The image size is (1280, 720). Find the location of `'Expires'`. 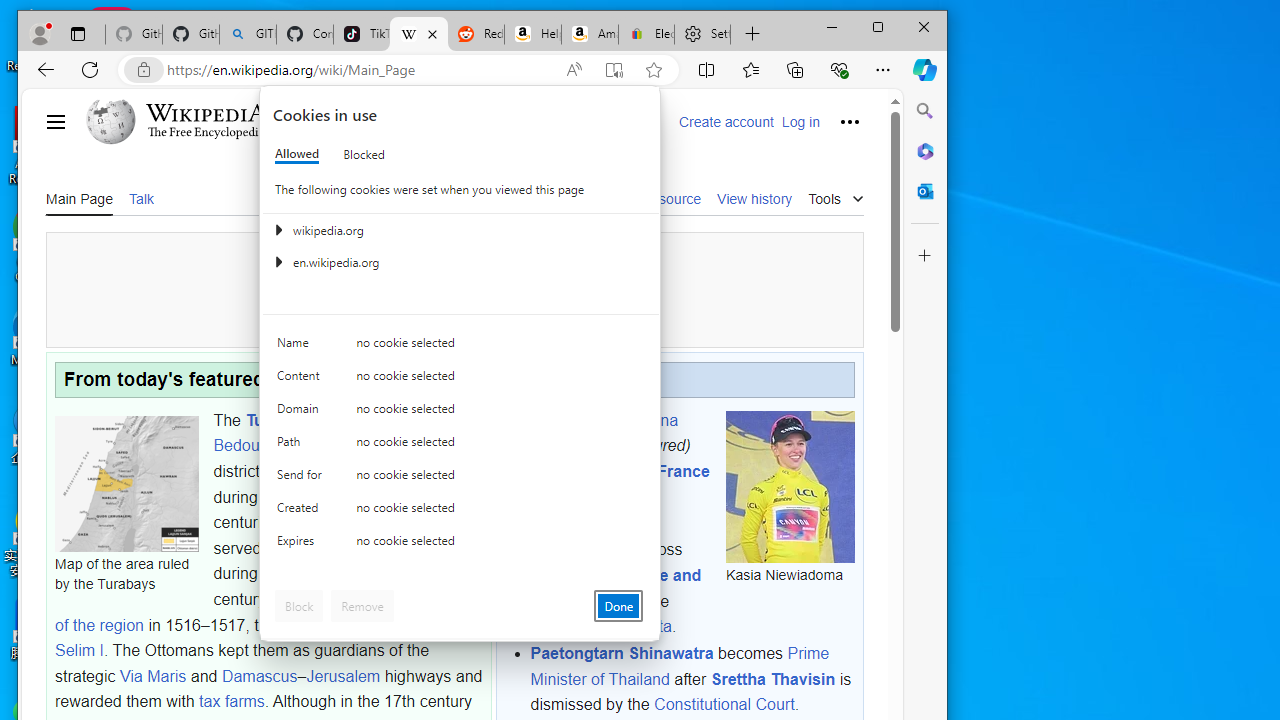

'Expires' is located at coordinates (301, 545).